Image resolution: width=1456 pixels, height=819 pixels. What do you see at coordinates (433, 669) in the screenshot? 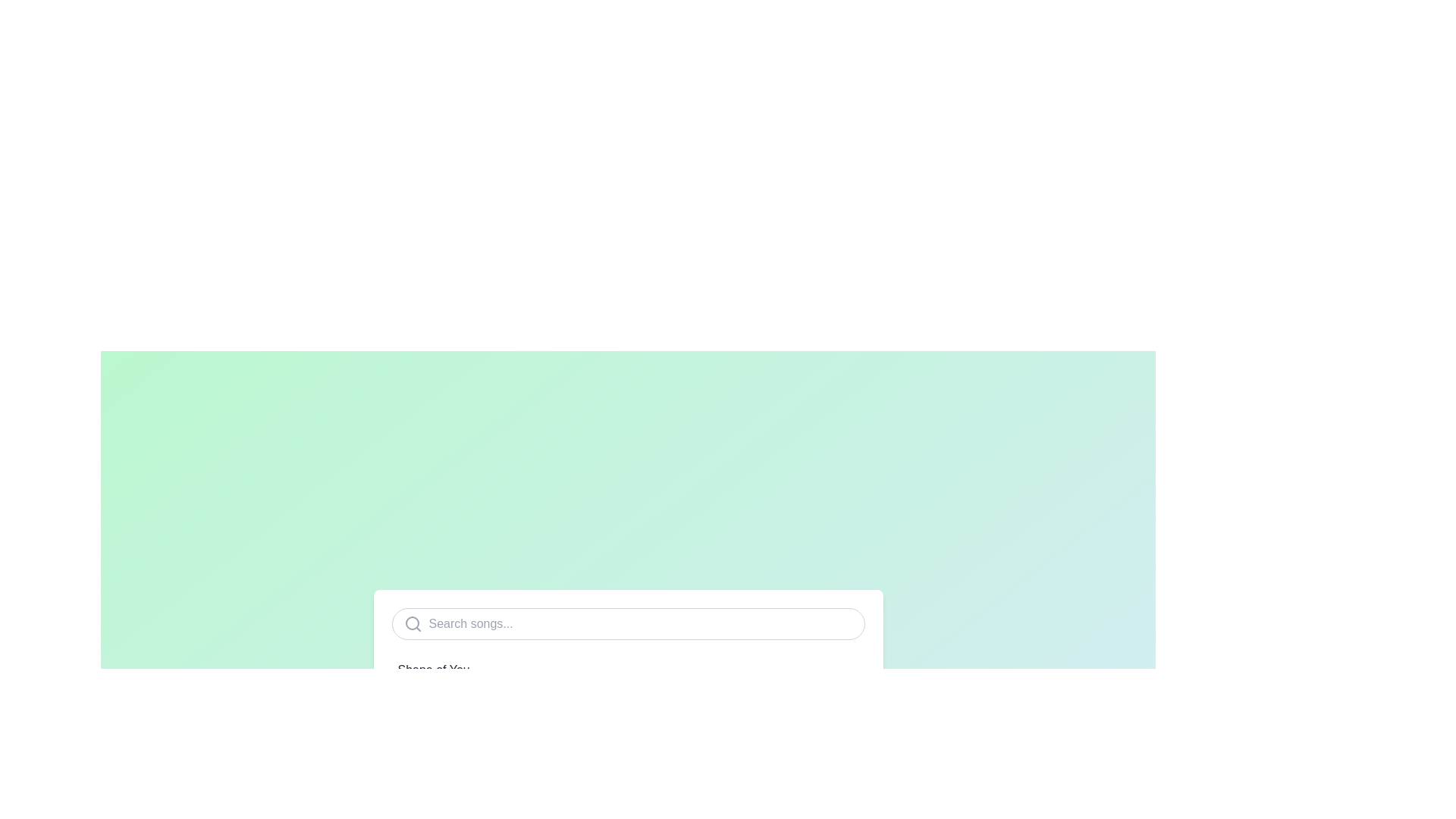
I see `the song title text element located just below the search bar, which displays the title of a song, positioned above the text 'Ed Sheeran'` at bounding box center [433, 669].